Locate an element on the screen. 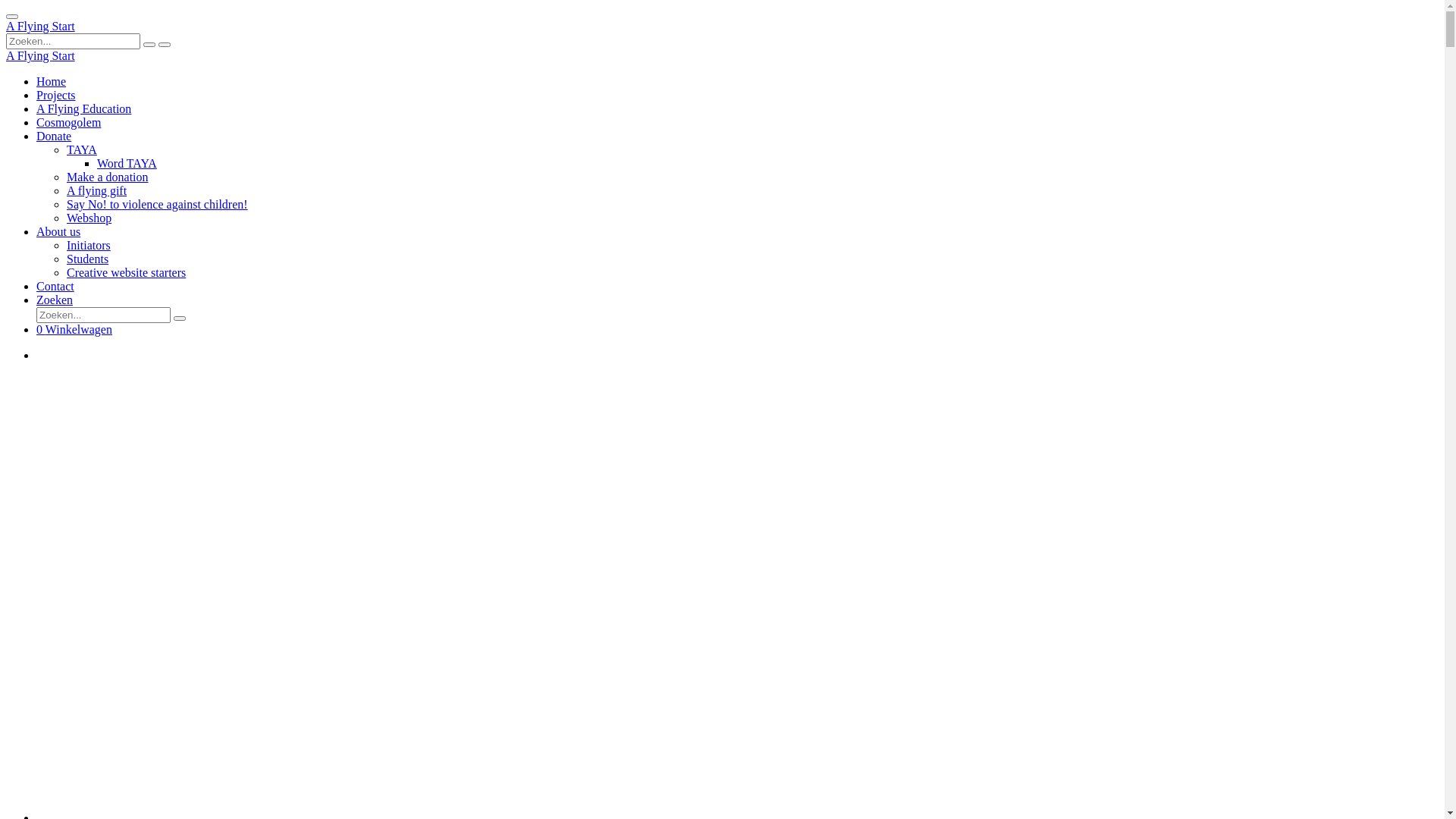 The width and height of the screenshot is (1456, 819). 'Zoeken' is located at coordinates (55, 300).